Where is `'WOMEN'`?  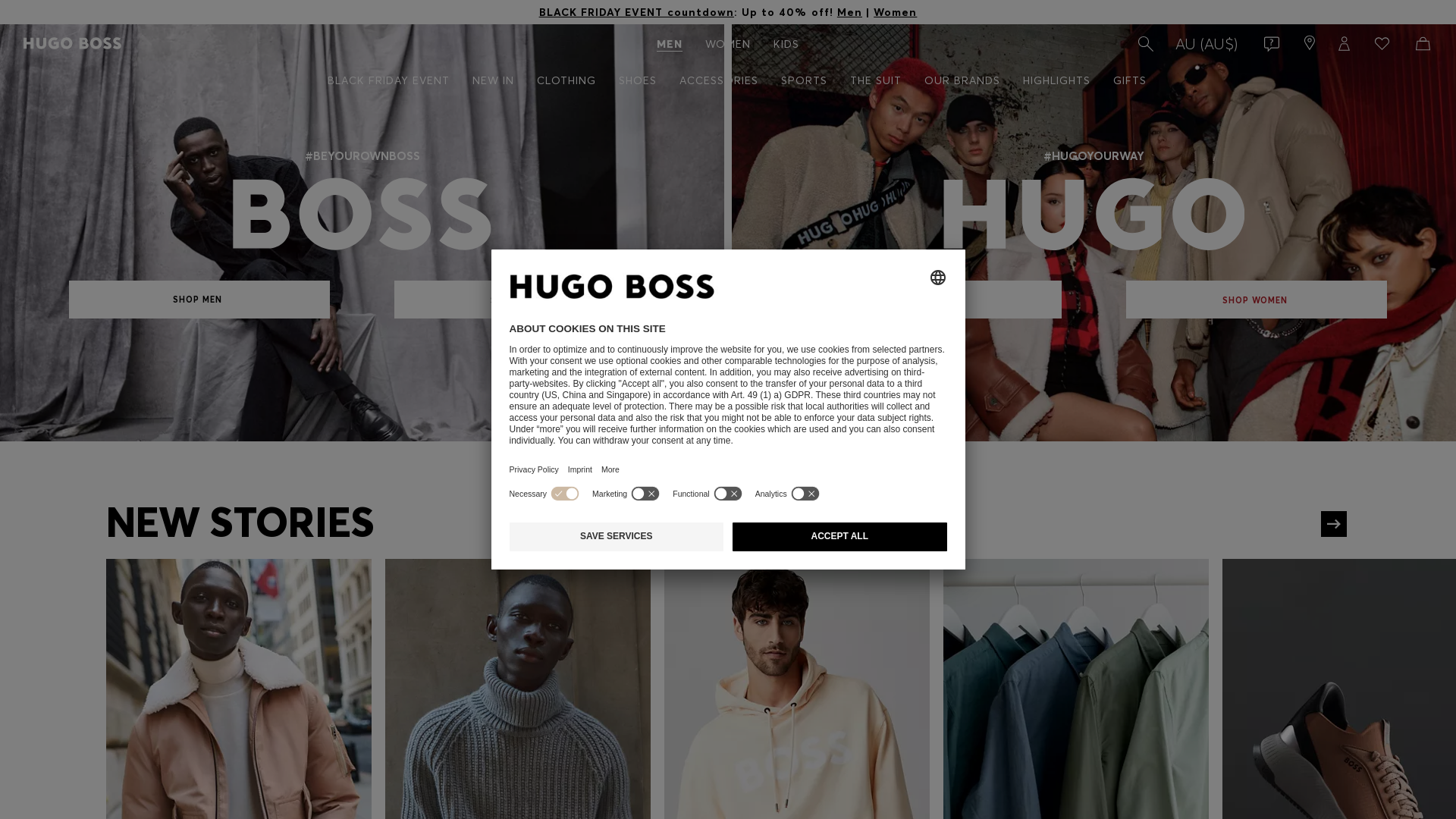 'WOMEN' is located at coordinates (728, 43).